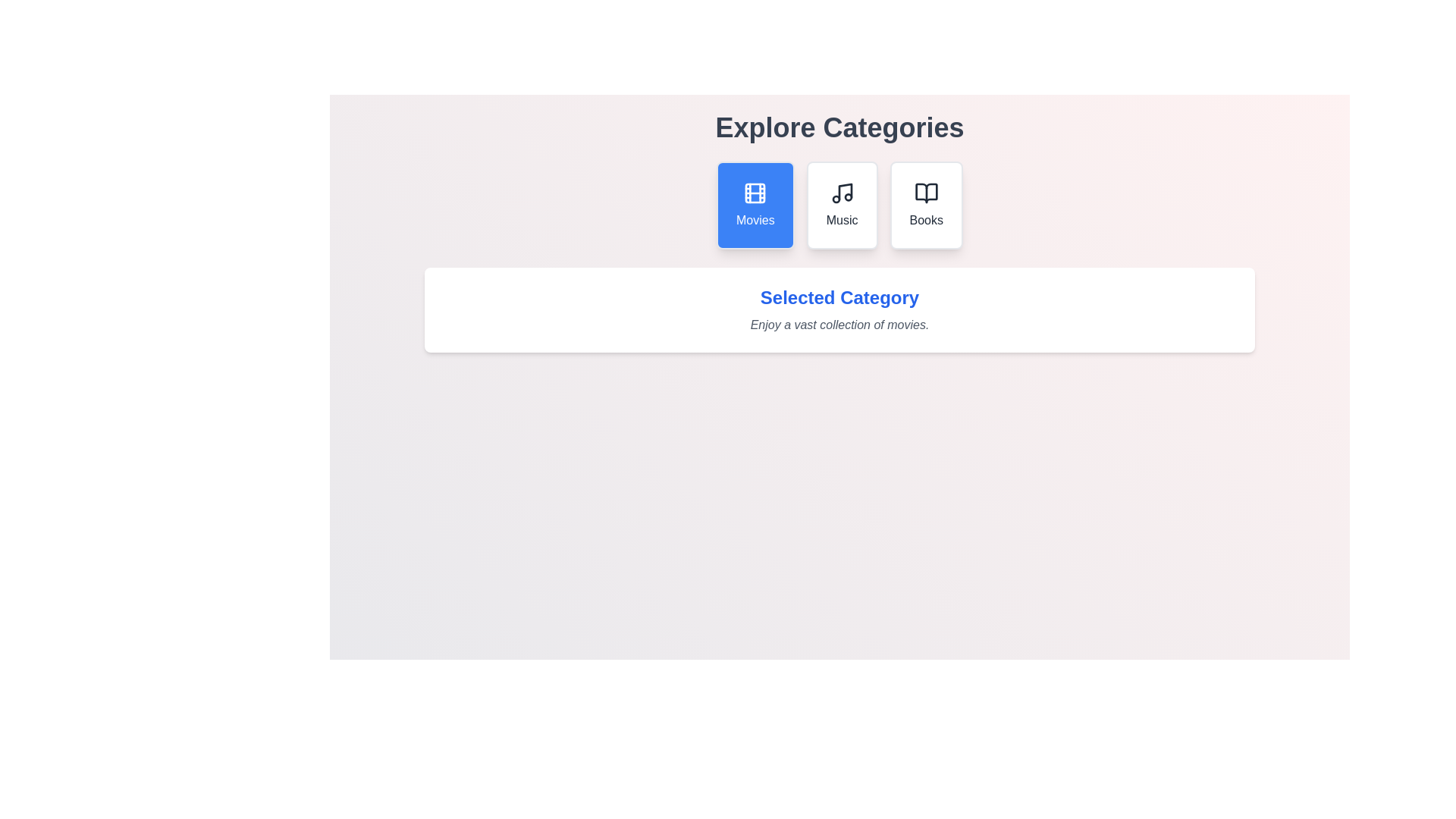 Image resolution: width=1456 pixels, height=819 pixels. Describe the element at coordinates (841, 205) in the screenshot. I see `the Music button to select it` at that location.